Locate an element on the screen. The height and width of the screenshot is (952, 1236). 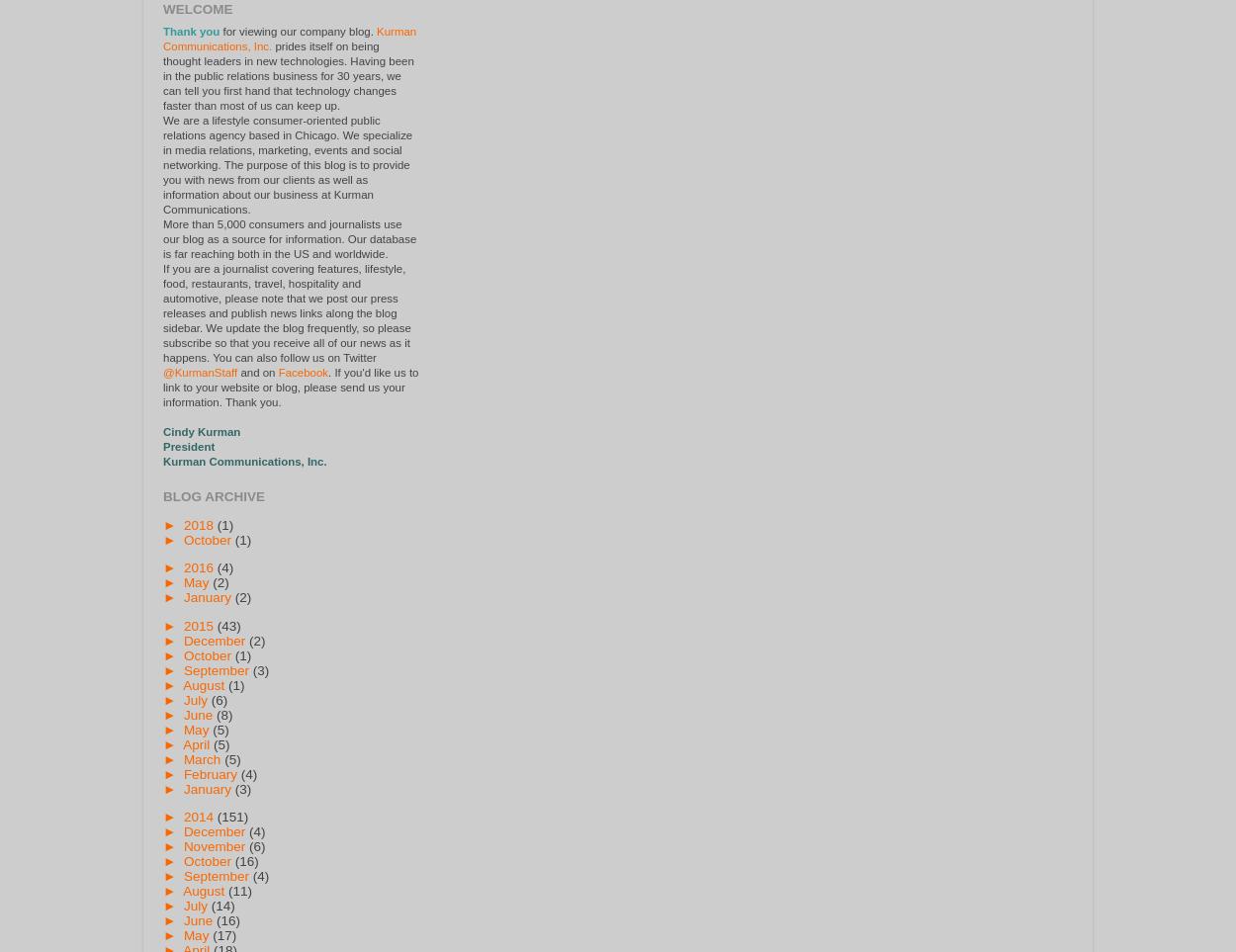
'(17)' is located at coordinates (223, 935).